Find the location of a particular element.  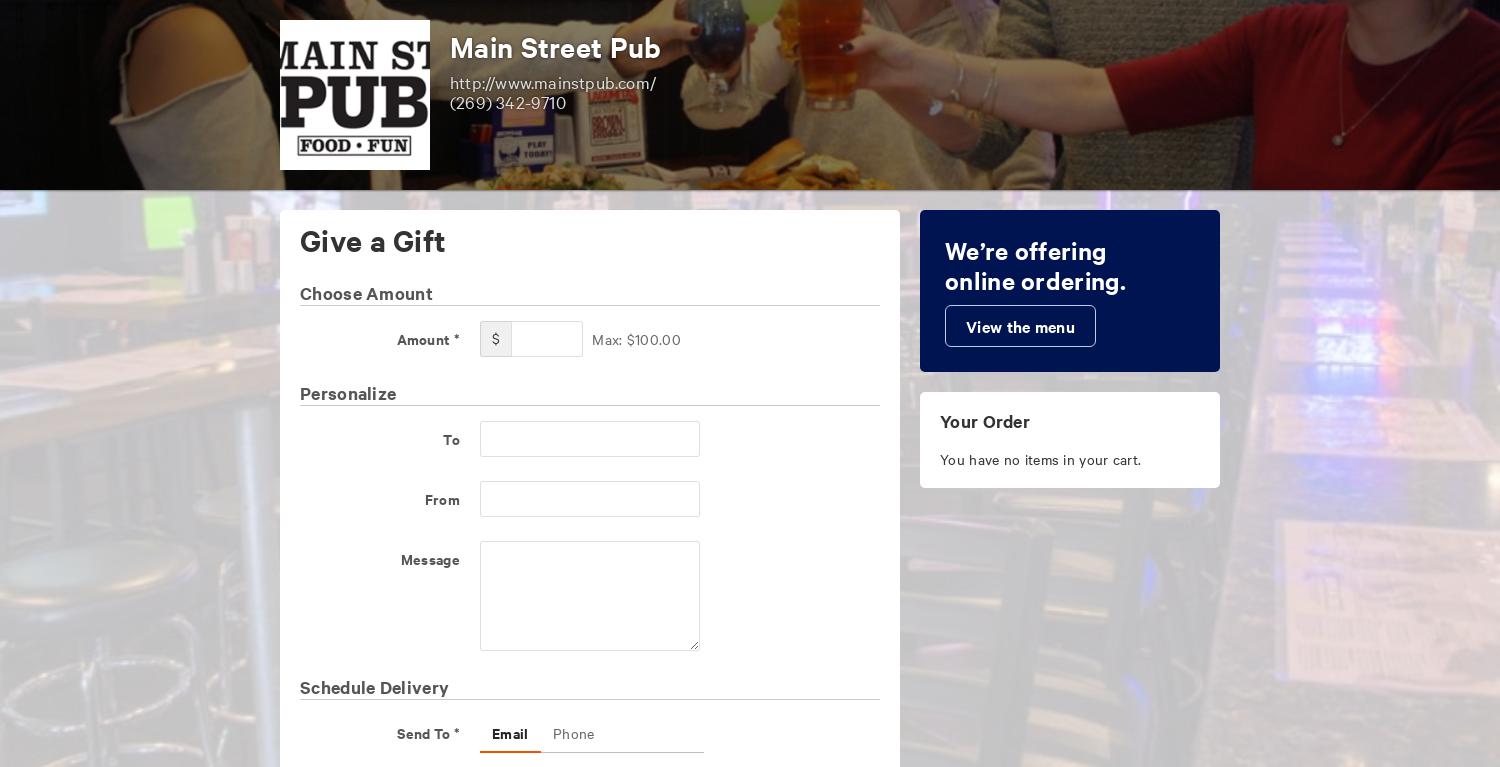

'$' is located at coordinates (494, 338).